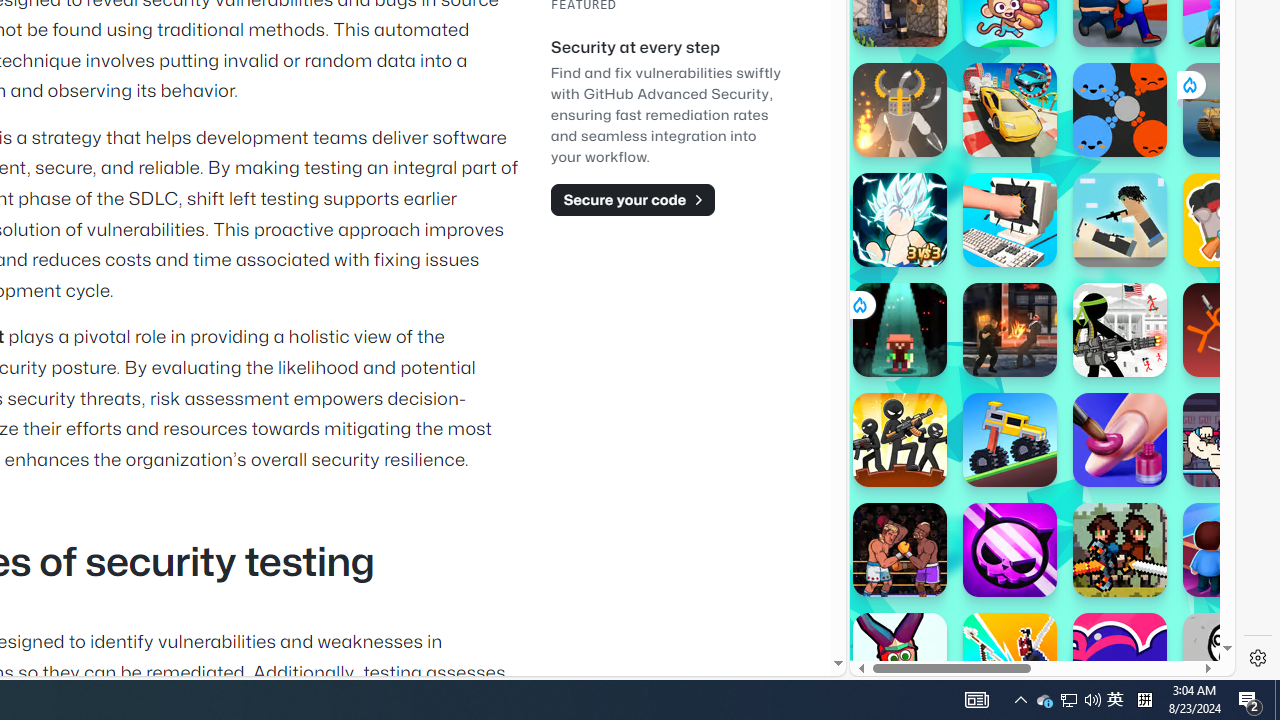  What do you see at coordinates (898, 219) in the screenshot?
I see `'Stickman Dragon Fight'` at bounding box center [898, 219].